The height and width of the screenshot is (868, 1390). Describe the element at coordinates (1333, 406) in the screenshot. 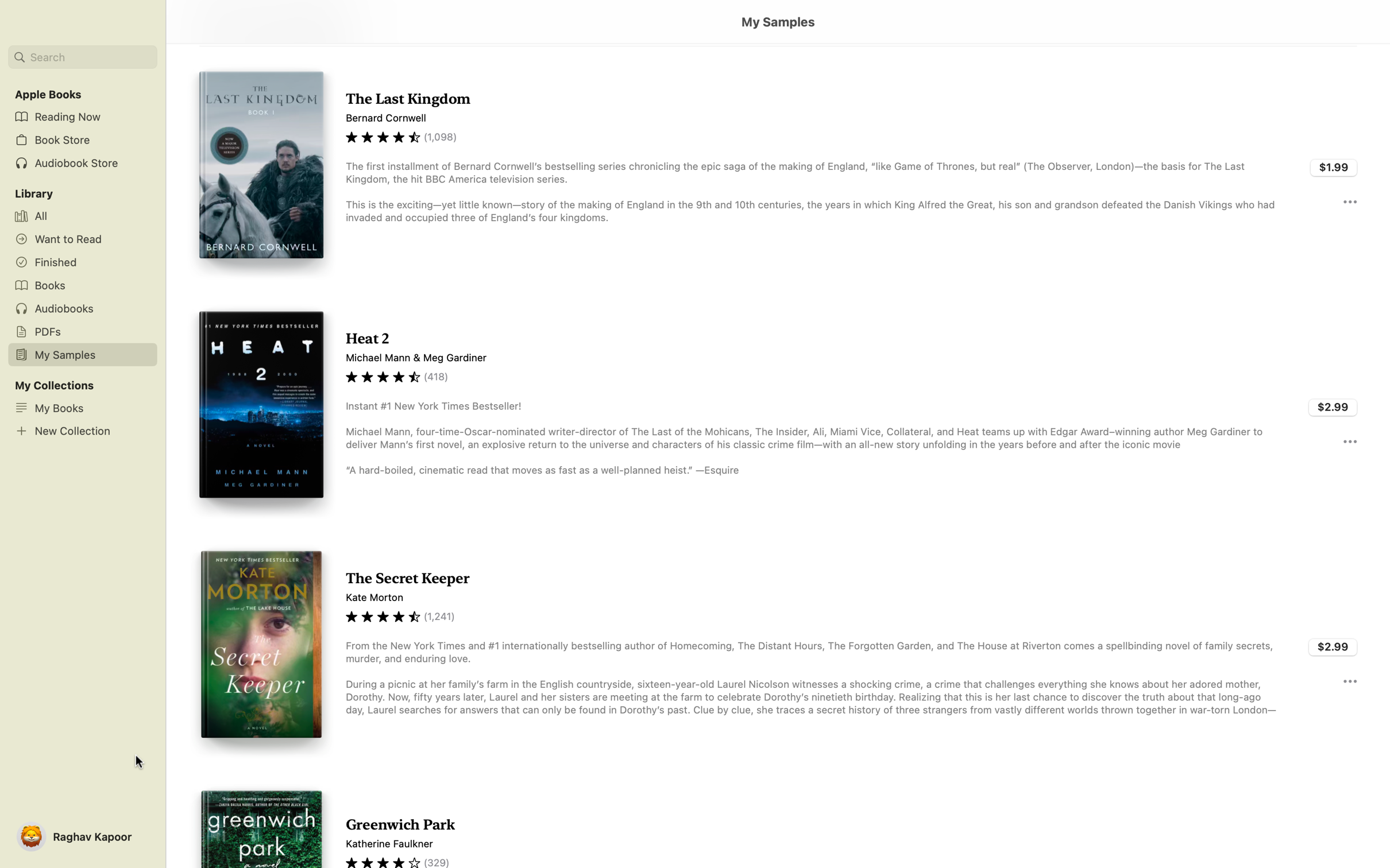

I see `Buy the book "Heat 2` at that location.